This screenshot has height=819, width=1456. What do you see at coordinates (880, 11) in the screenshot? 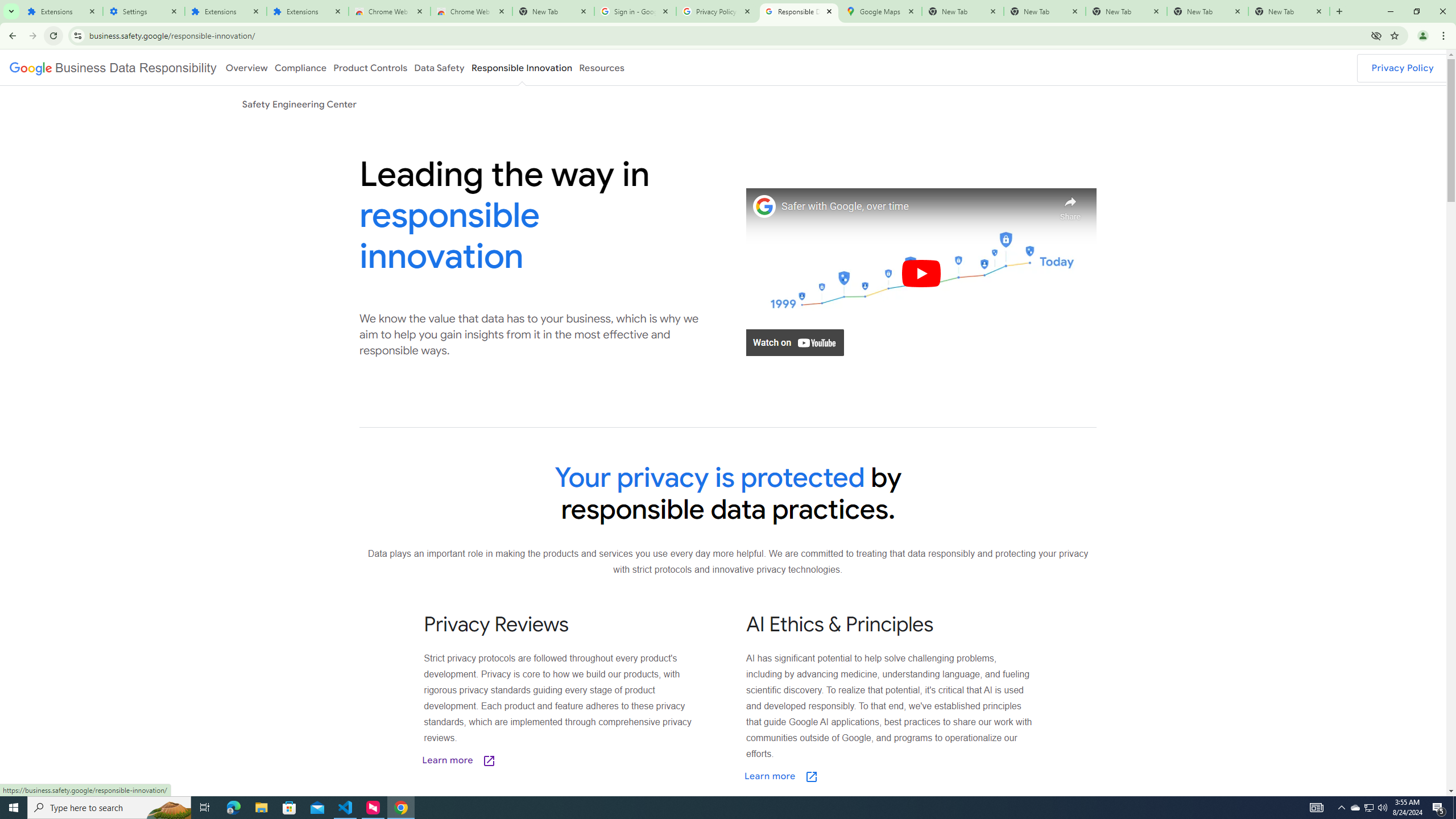
I see `'Google Maps'` at bounding box center [880, 11].